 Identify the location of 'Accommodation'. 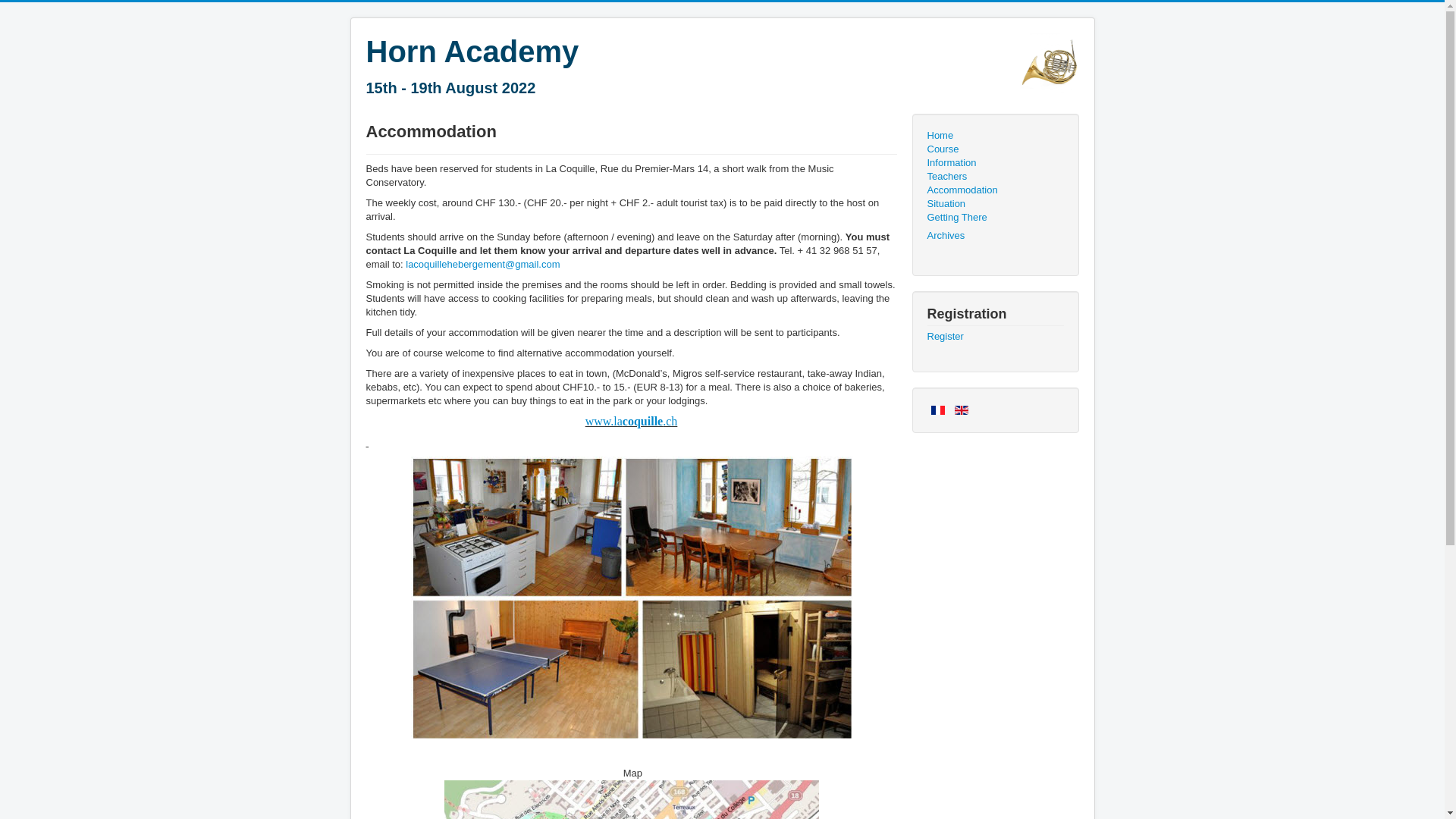
(994, 189).